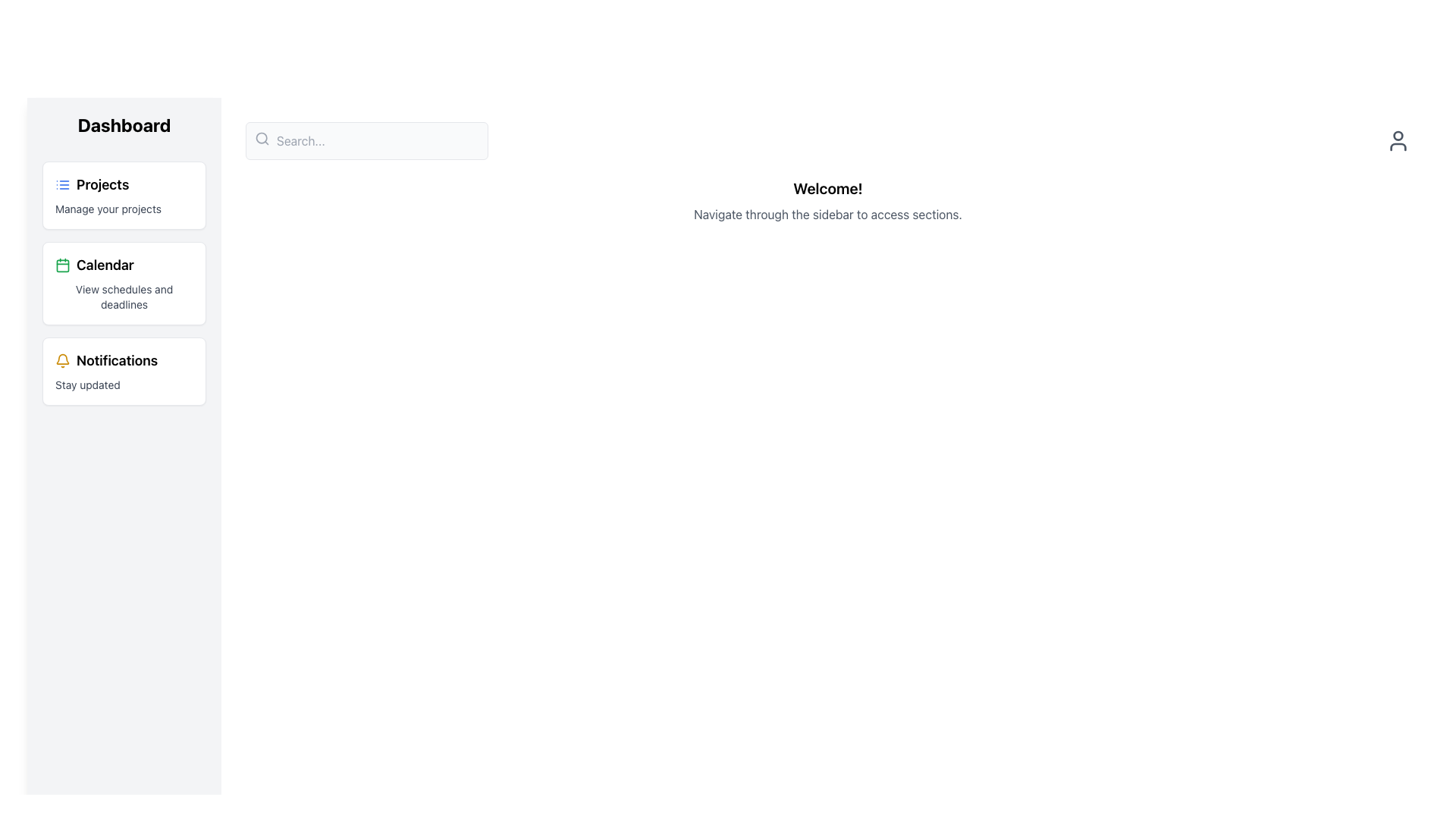  What do you see at coordinates (105, 360) in the screenshot?
I see `the 'Notifications' label with a bell icon located in the third card of the left sidebar, below 'Projects' and 'Calendar'` at bounding box center [105, 360].